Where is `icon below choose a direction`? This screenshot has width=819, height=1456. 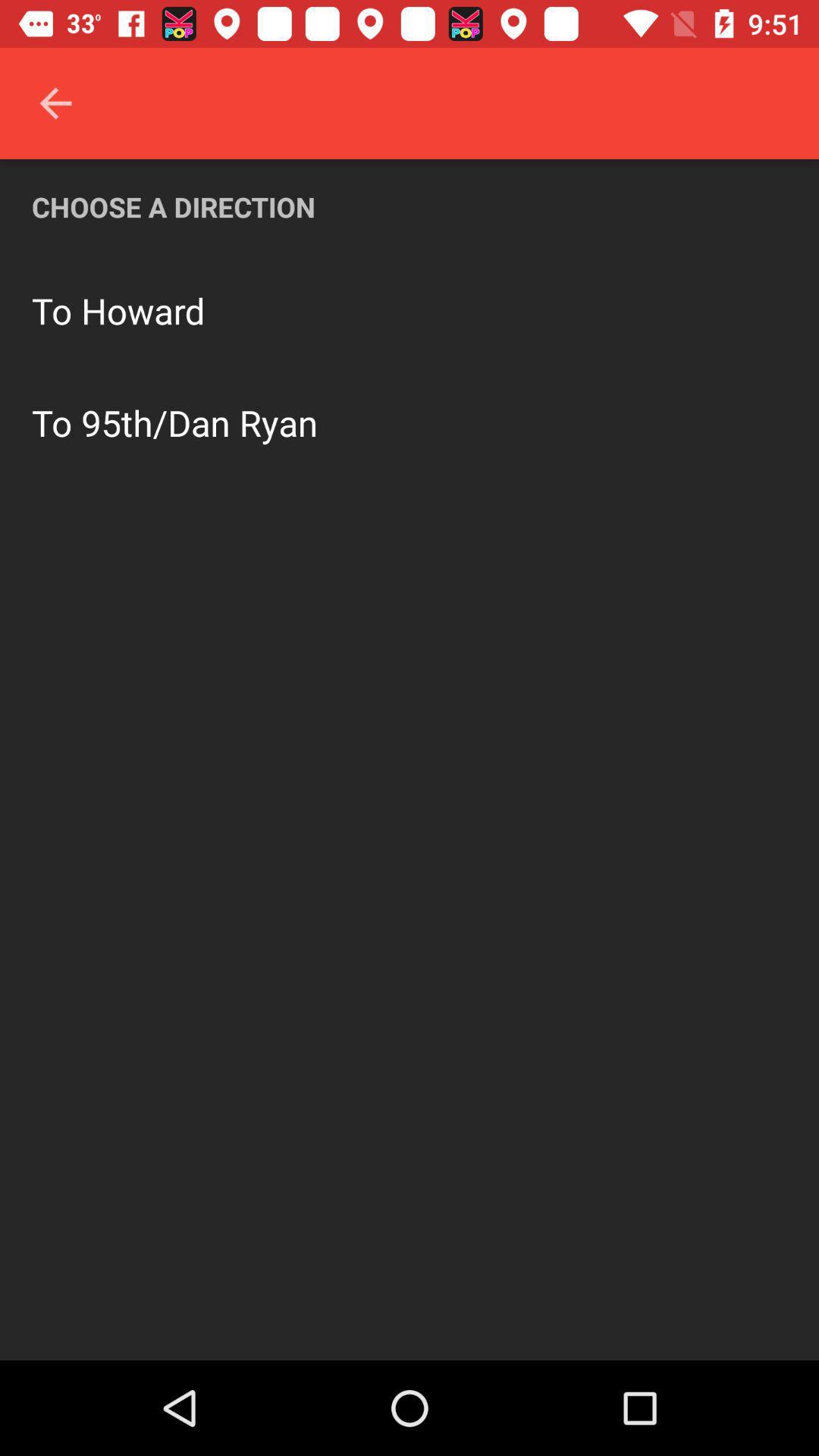
icon below choose a direction is located at coordinates (143, 309).